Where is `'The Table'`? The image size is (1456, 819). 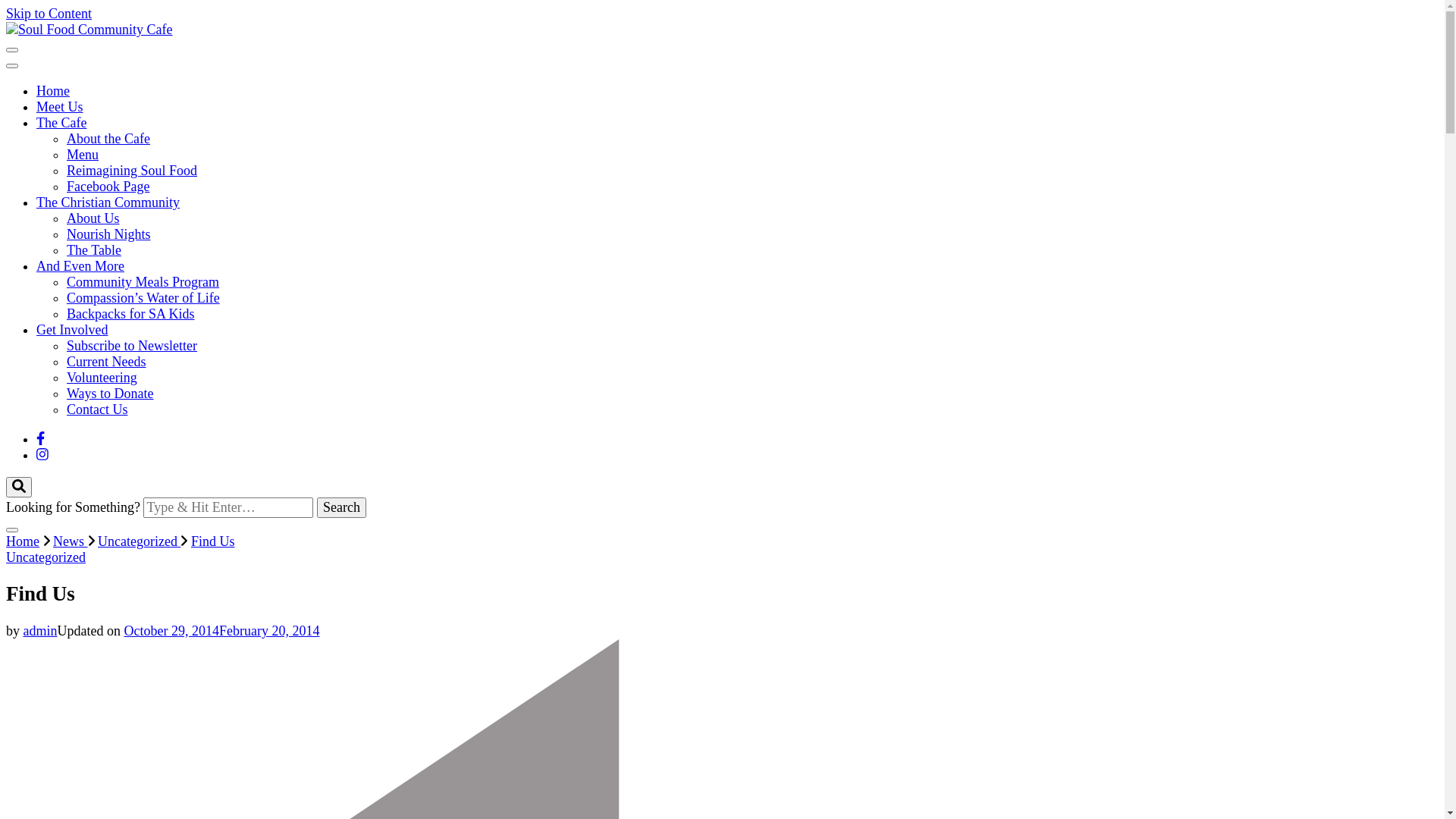
'The Table' is located at coordinates (93, 249).